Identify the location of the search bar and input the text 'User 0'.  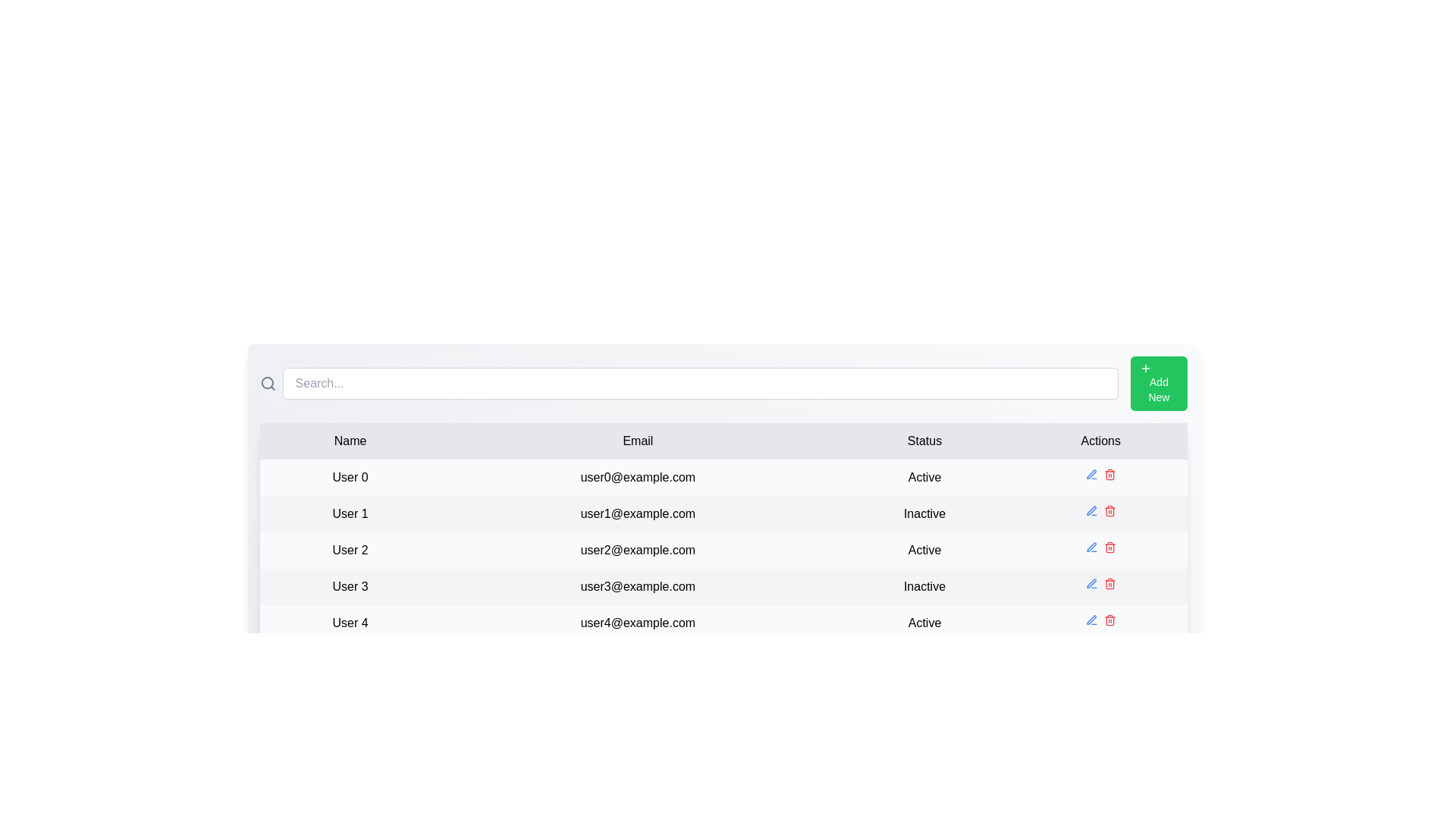
(699, 382).